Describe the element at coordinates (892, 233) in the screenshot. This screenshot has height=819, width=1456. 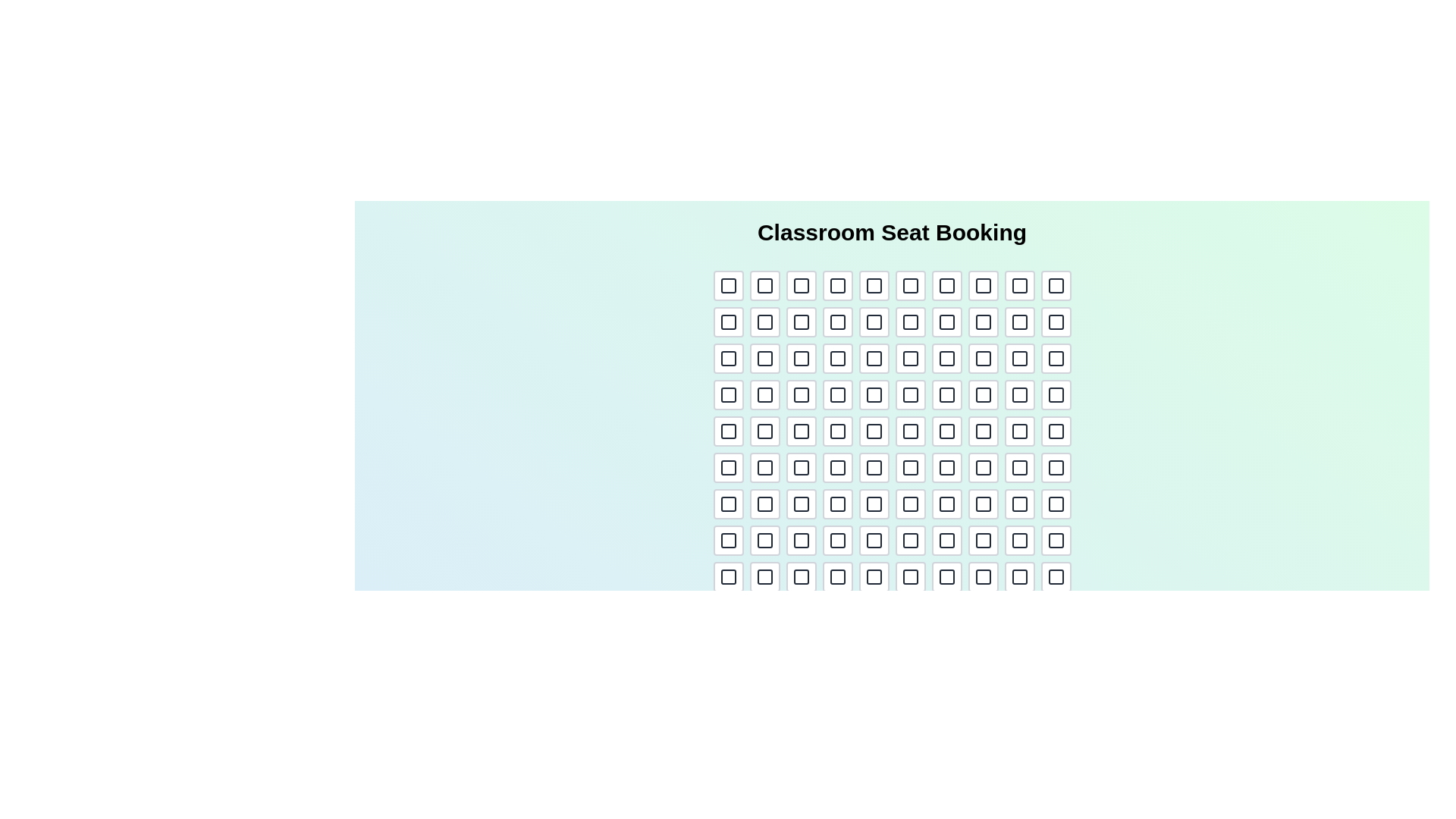
I see `the title text 'Classroom Seat Booking'` at that location.